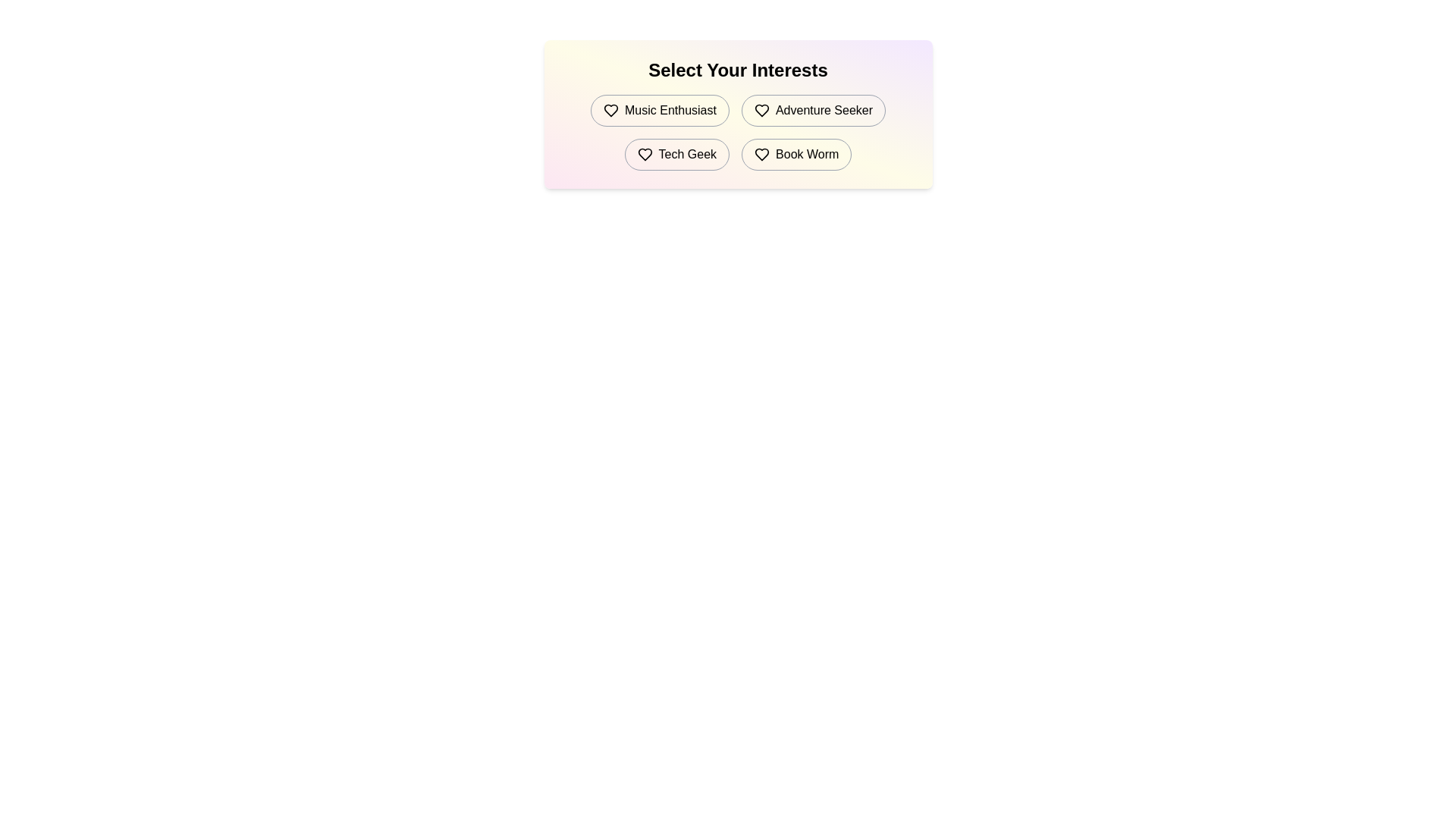  I want to click on the tag button labeled 'Music Enthusiast' to observe its hover effect, so click(660, 110).